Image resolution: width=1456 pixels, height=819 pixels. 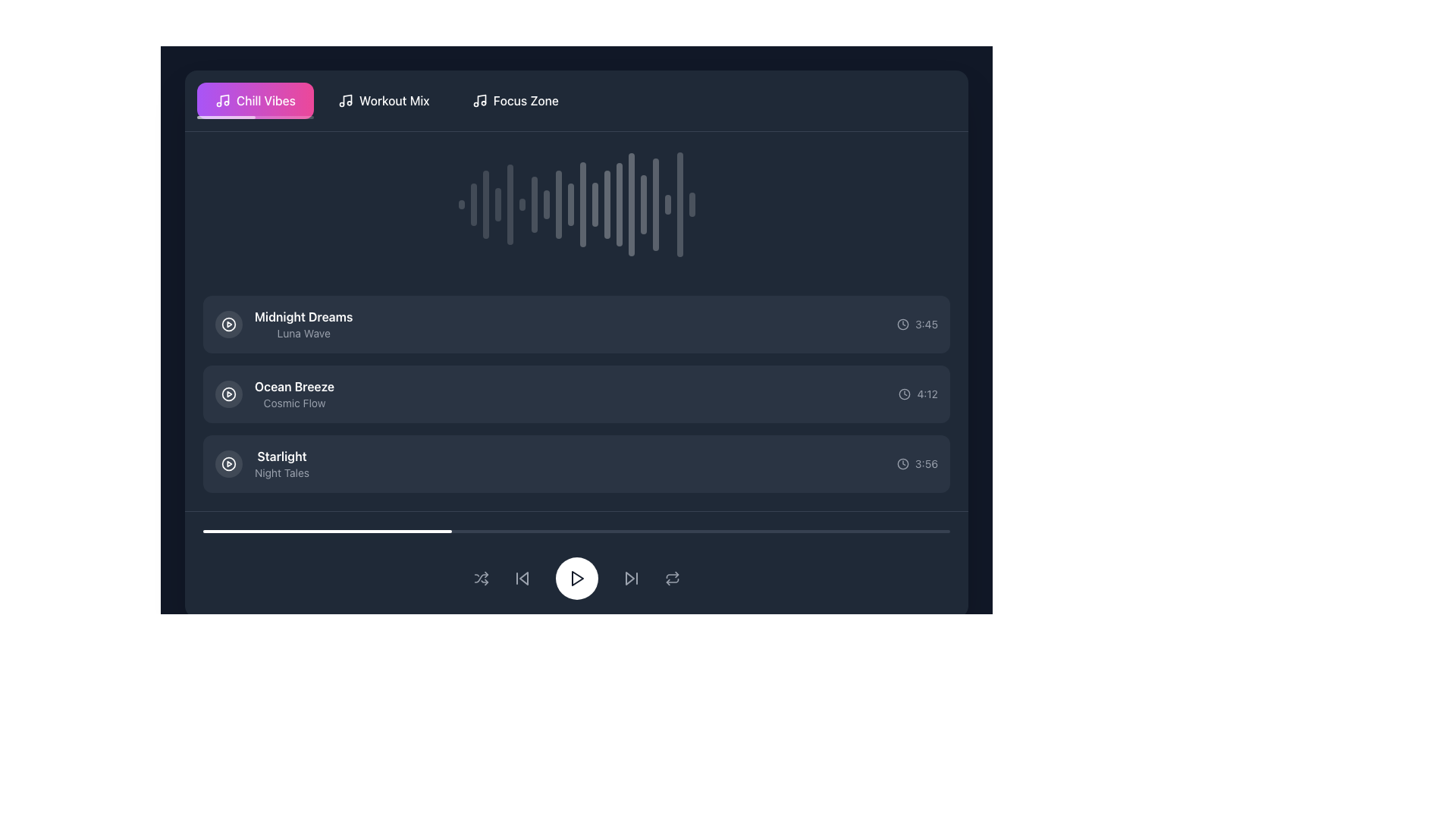 What do you see at coordinates (576, 579) in the screenshot?
I see `the central play/pause button in the group of playback control icons at the bottom of the interface` at bounding box center [576, 579].